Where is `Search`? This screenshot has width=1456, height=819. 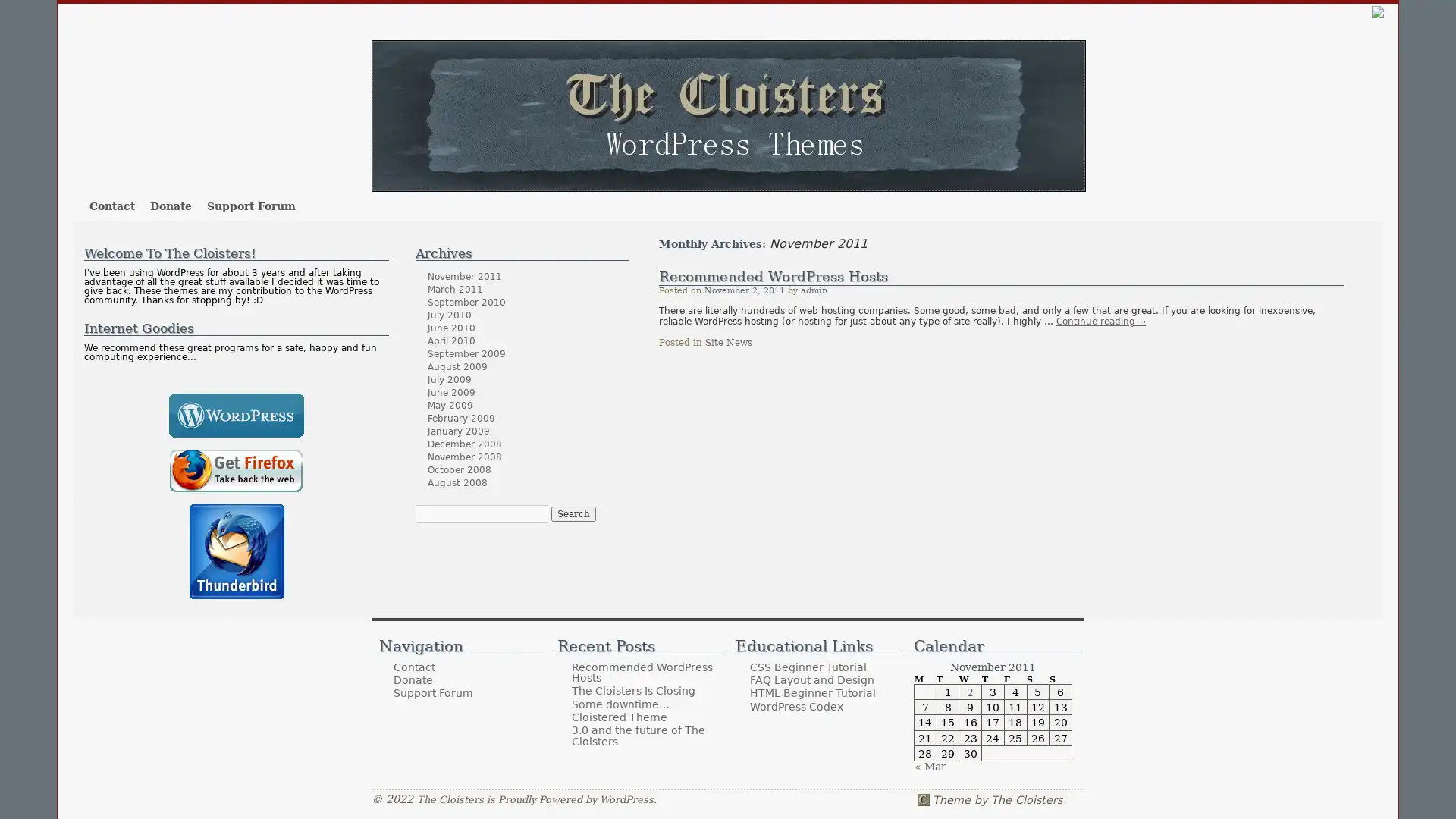
Search is located at coordinates (572, 513).